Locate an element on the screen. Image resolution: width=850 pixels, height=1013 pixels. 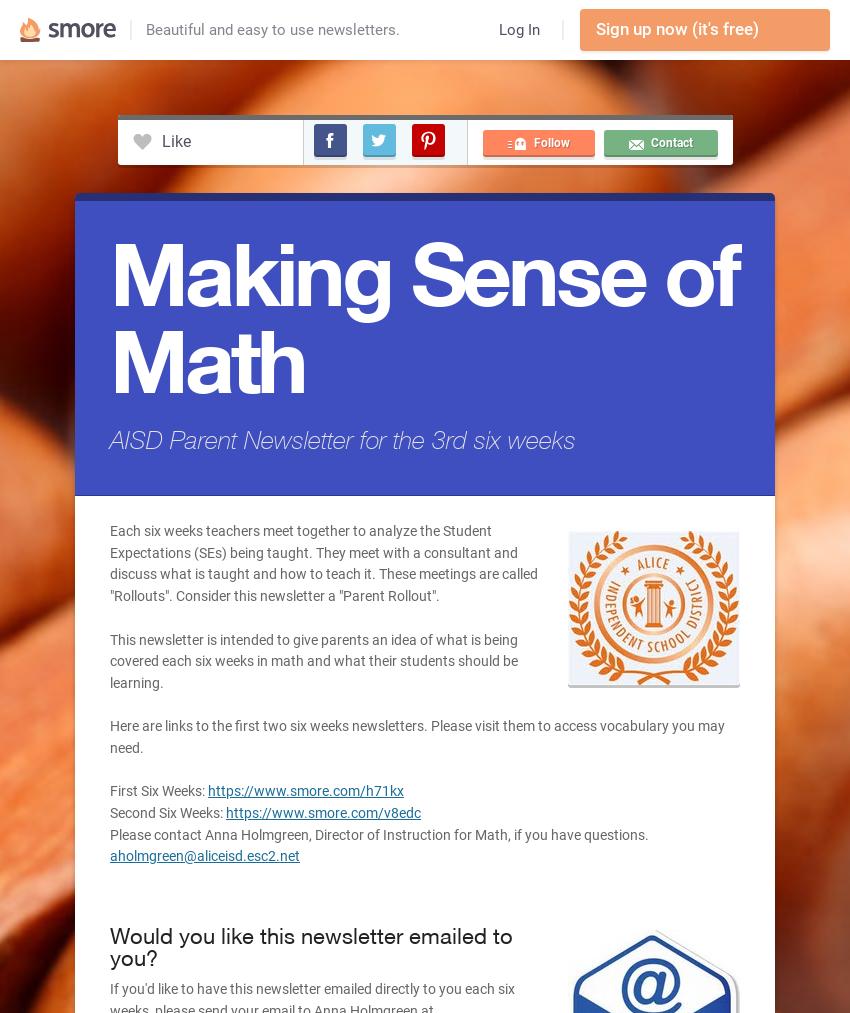
'Please contact Anna Holmgreen, Director of Instruction for Math, if you have questions.' is located at coordinates (108, 833).